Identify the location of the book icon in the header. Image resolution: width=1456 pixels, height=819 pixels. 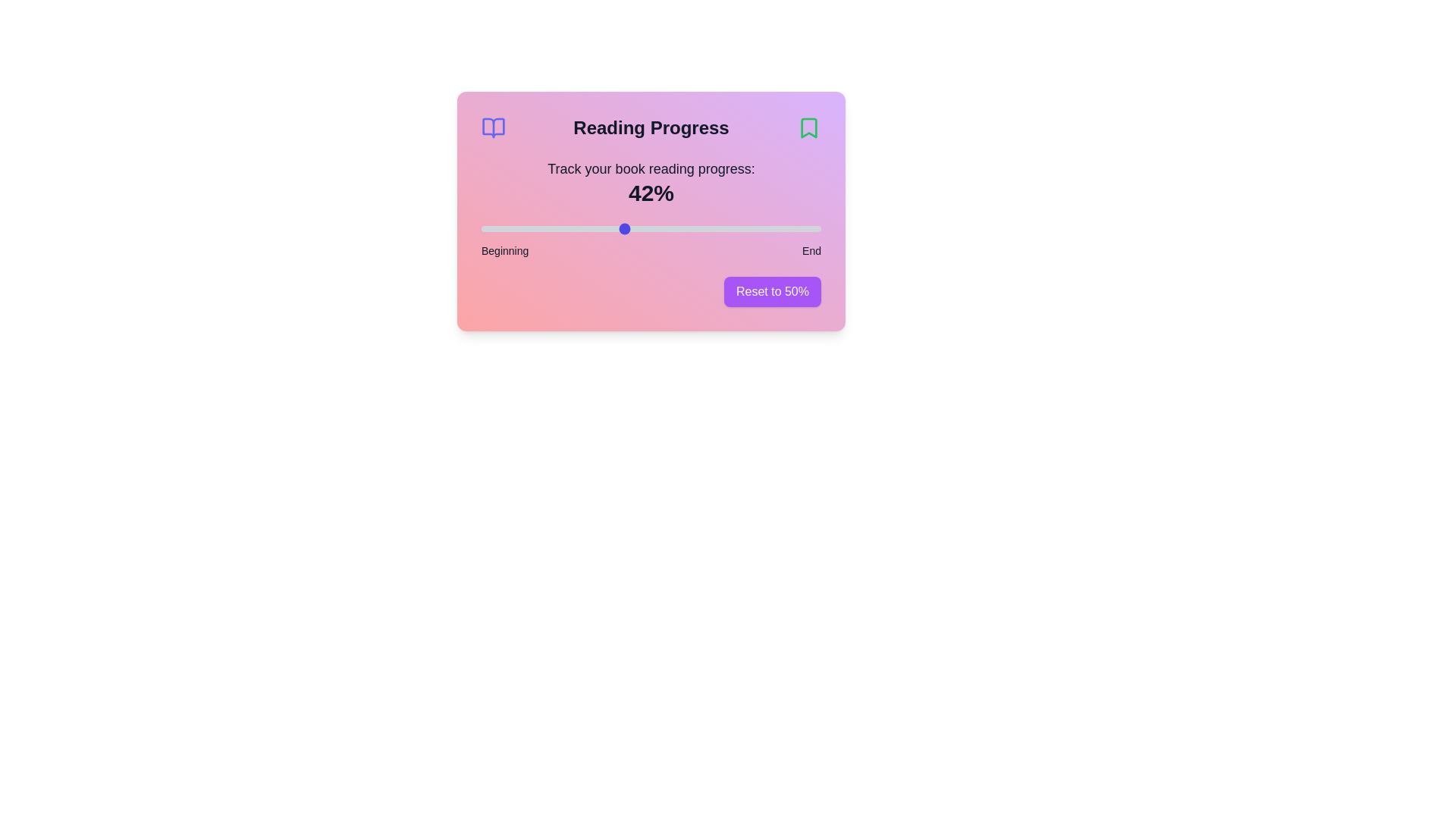
(494, 127).